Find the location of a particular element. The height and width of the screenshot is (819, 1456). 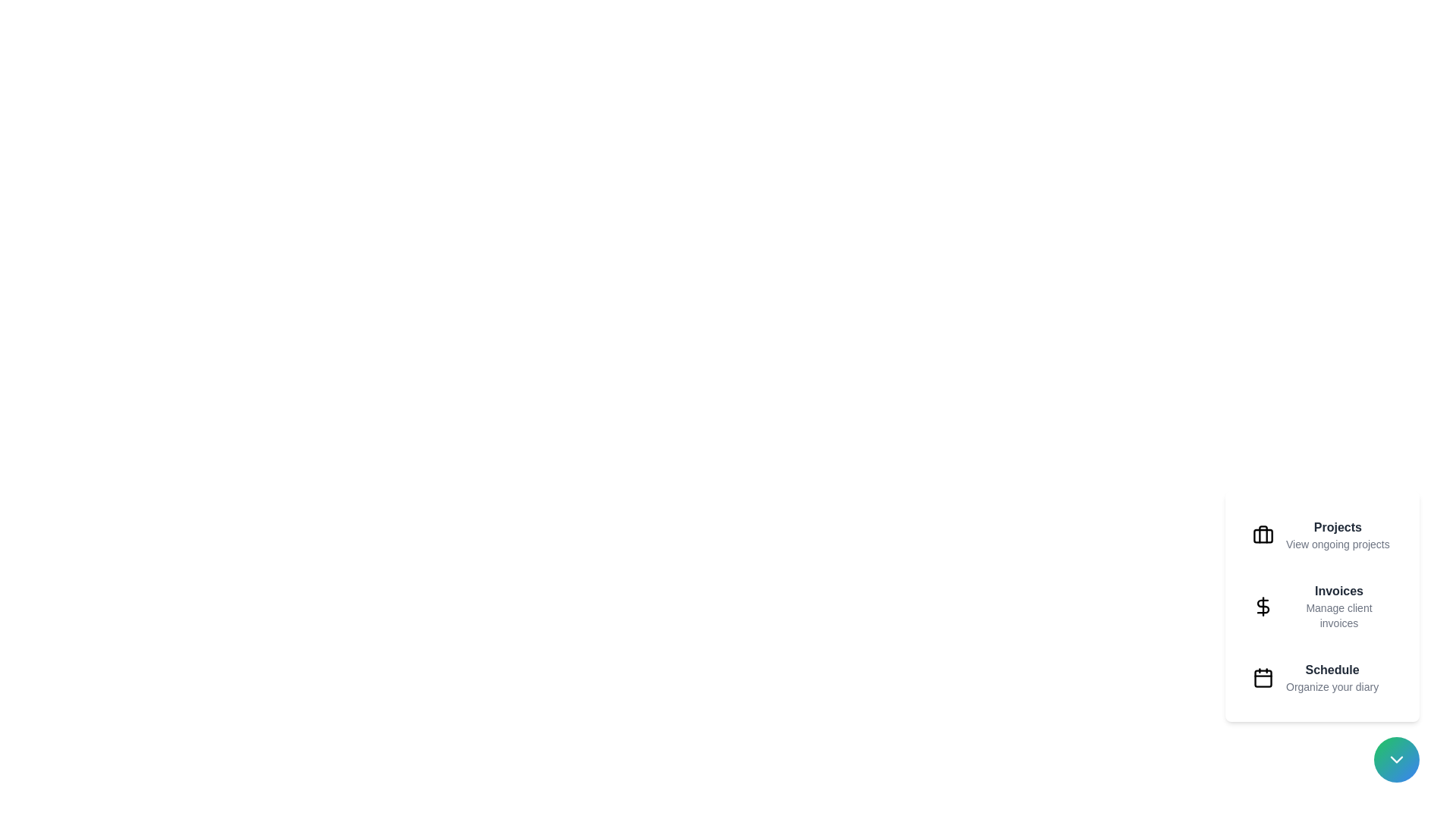

the menu item Schedule to highlight it is located at coordinates (1321, 677).